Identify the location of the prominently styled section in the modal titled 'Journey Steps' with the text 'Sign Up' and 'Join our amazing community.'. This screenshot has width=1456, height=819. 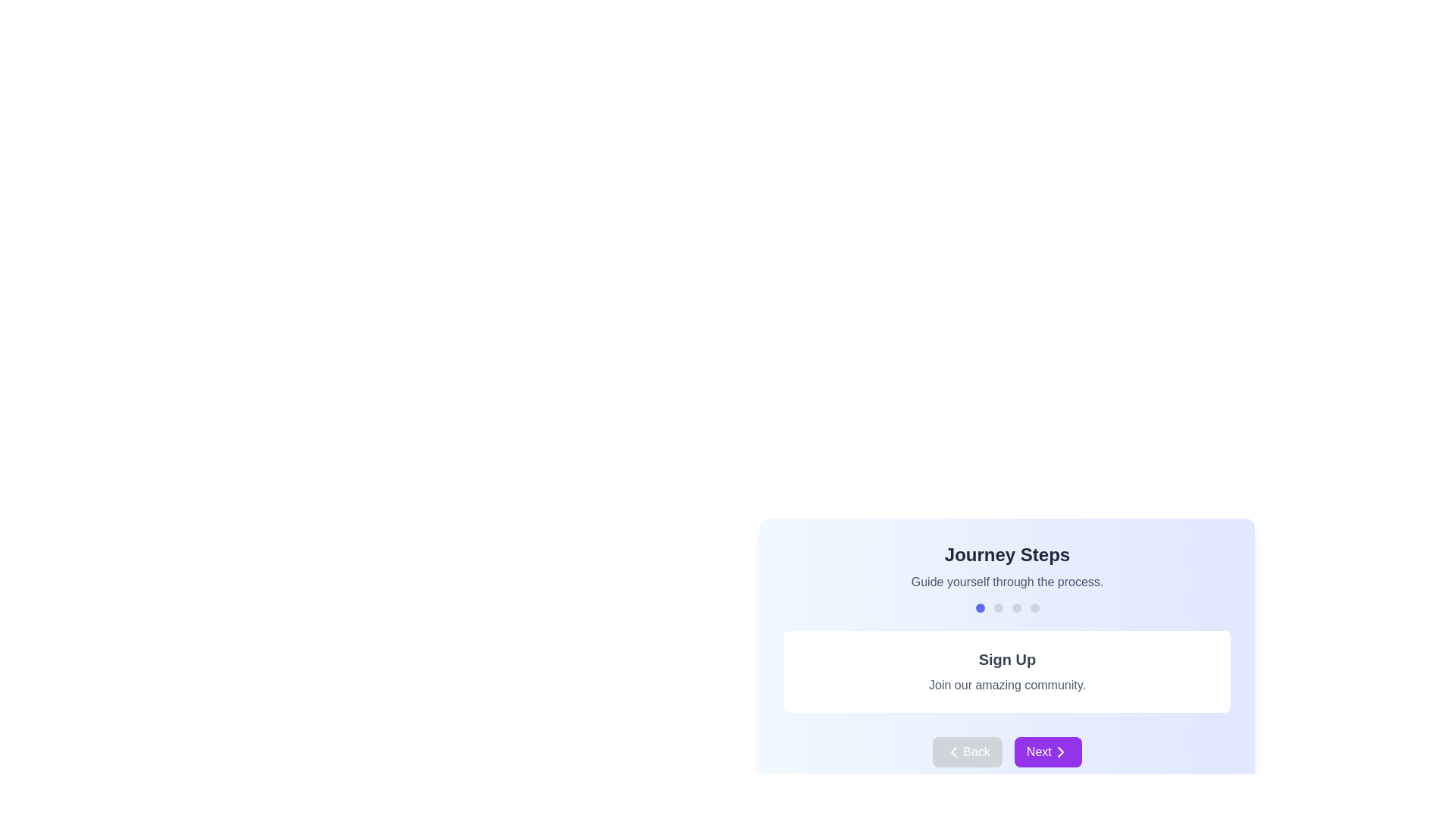
(1007, 654).